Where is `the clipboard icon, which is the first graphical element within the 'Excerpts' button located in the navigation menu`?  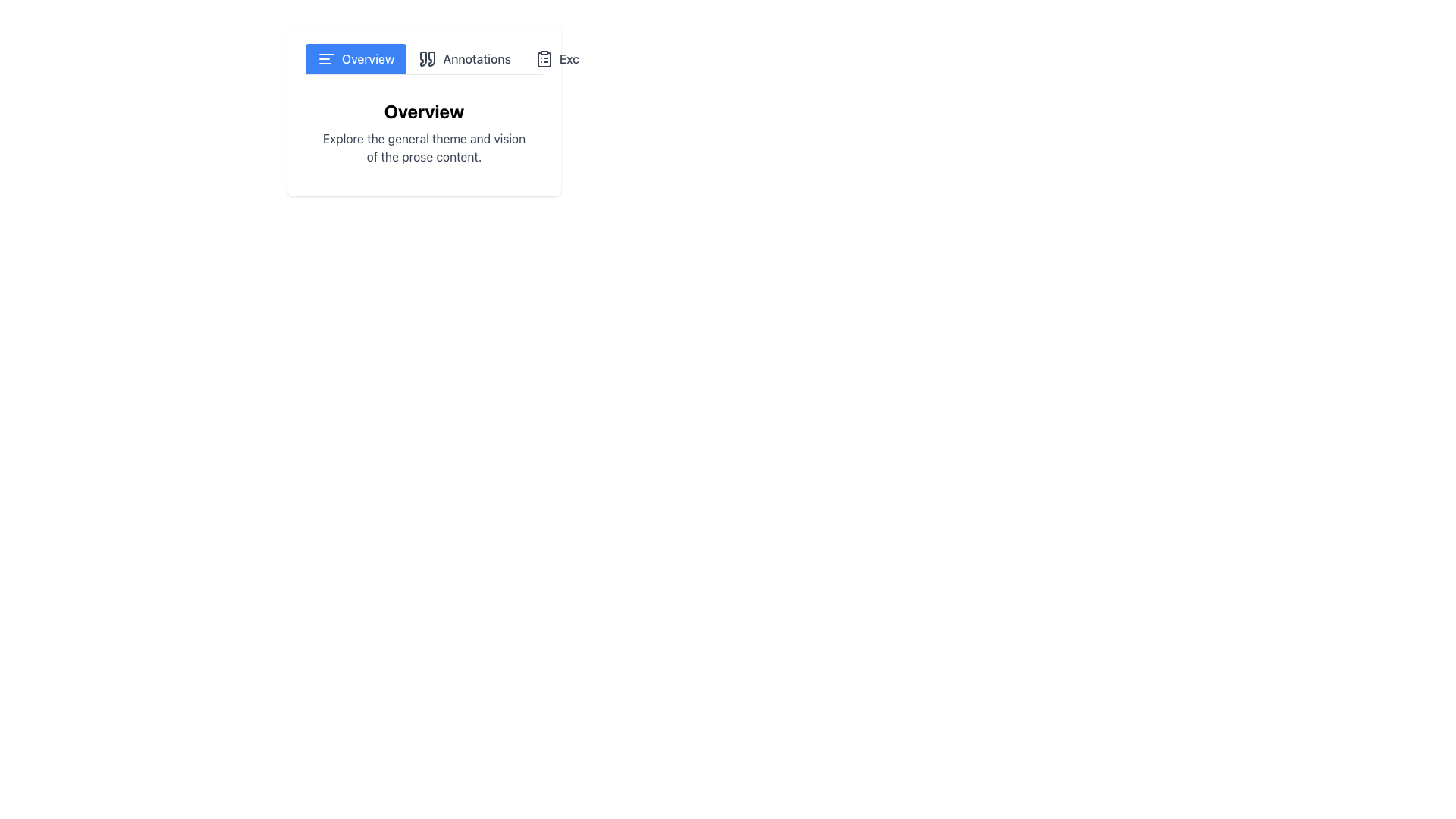
the clipboard icon, which is the first graphical element within the 'Excerpts' button located in the navigation menu is located at coordinates (544, 58).